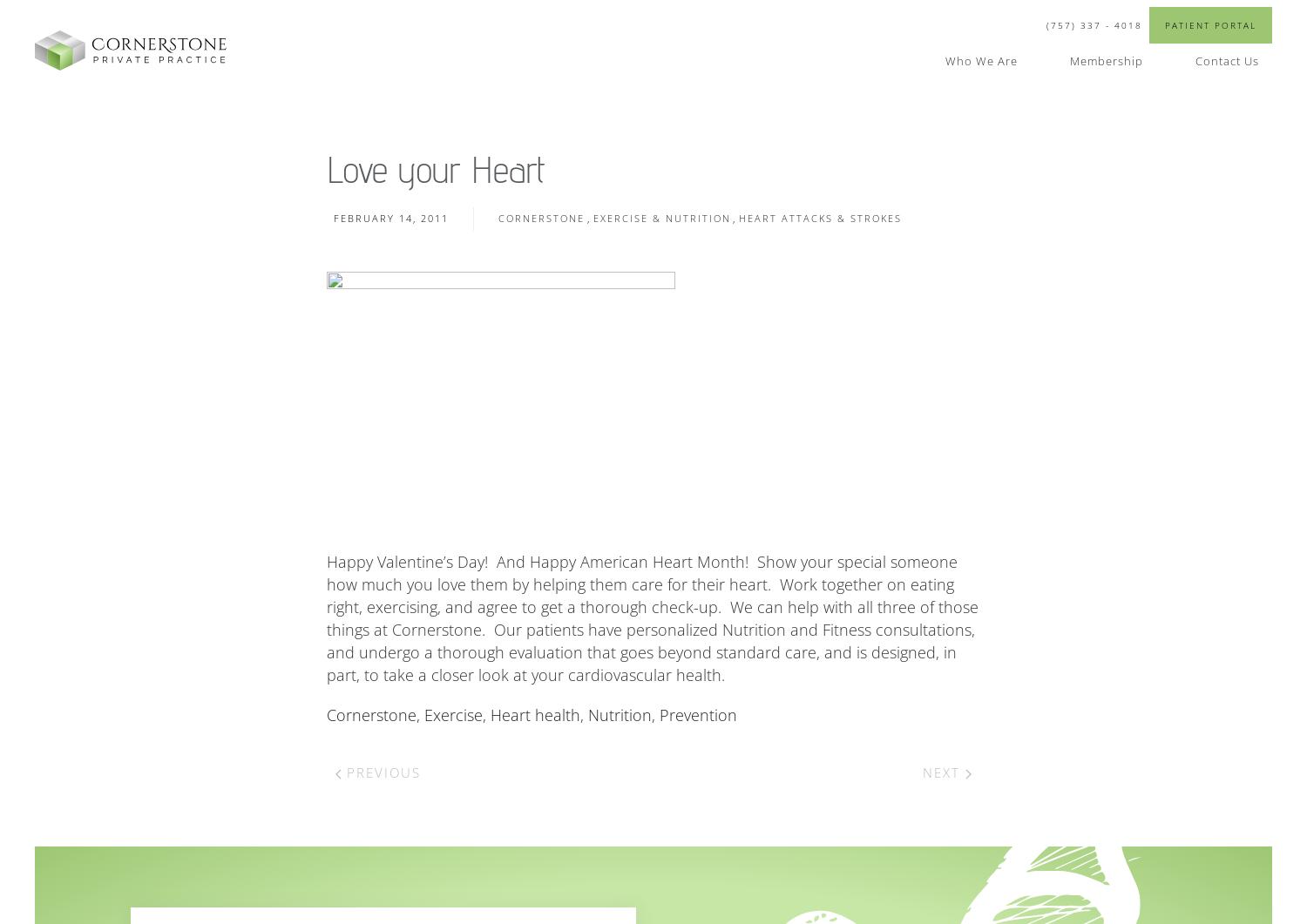  I want to click on '(757) 337 - 4018', so click(1094, 24).